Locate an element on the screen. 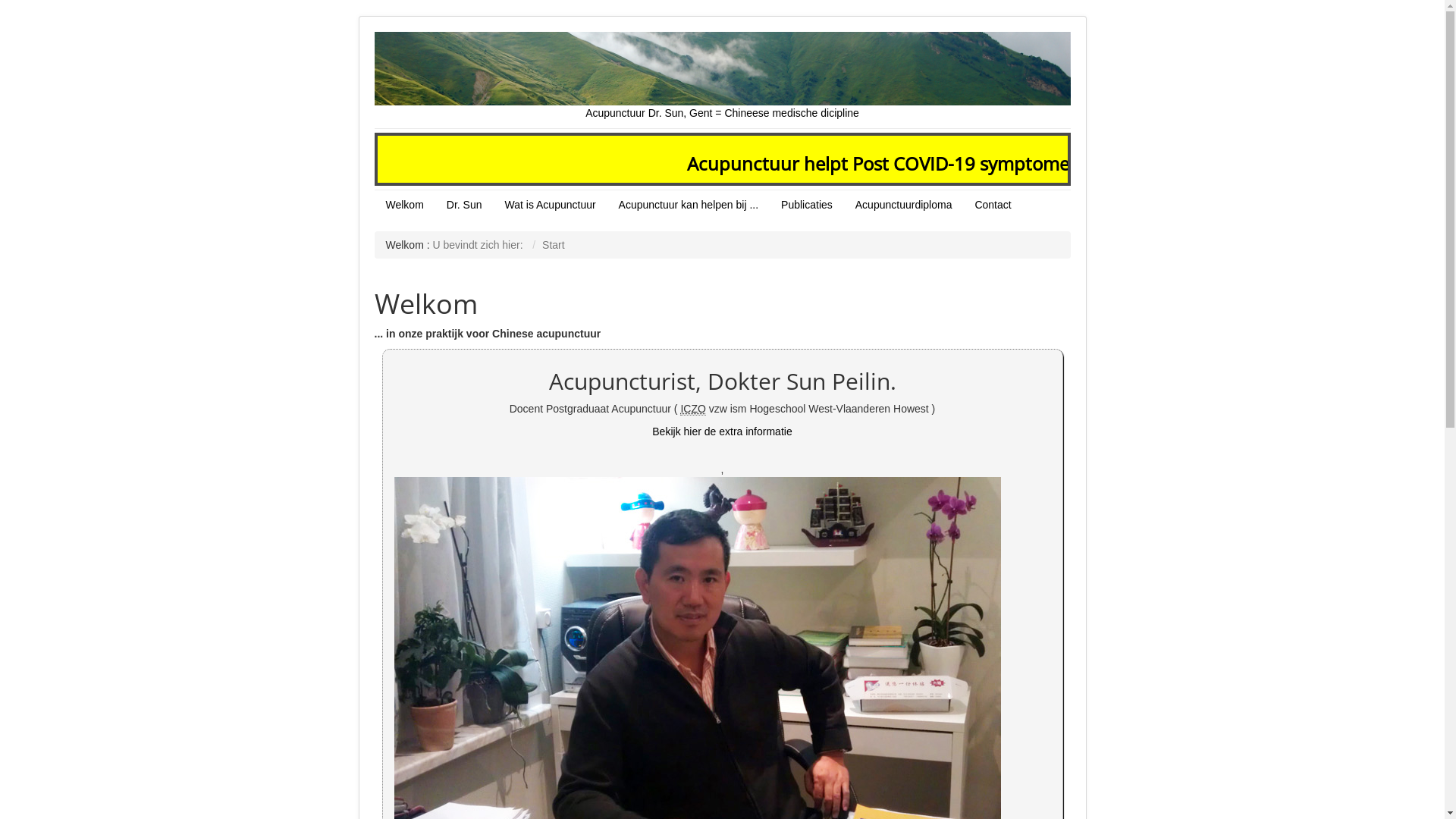 The width and height of the screenshot is (1456, 819). 'Wat is Acupunctuur' is located at coordinates (549, 205).